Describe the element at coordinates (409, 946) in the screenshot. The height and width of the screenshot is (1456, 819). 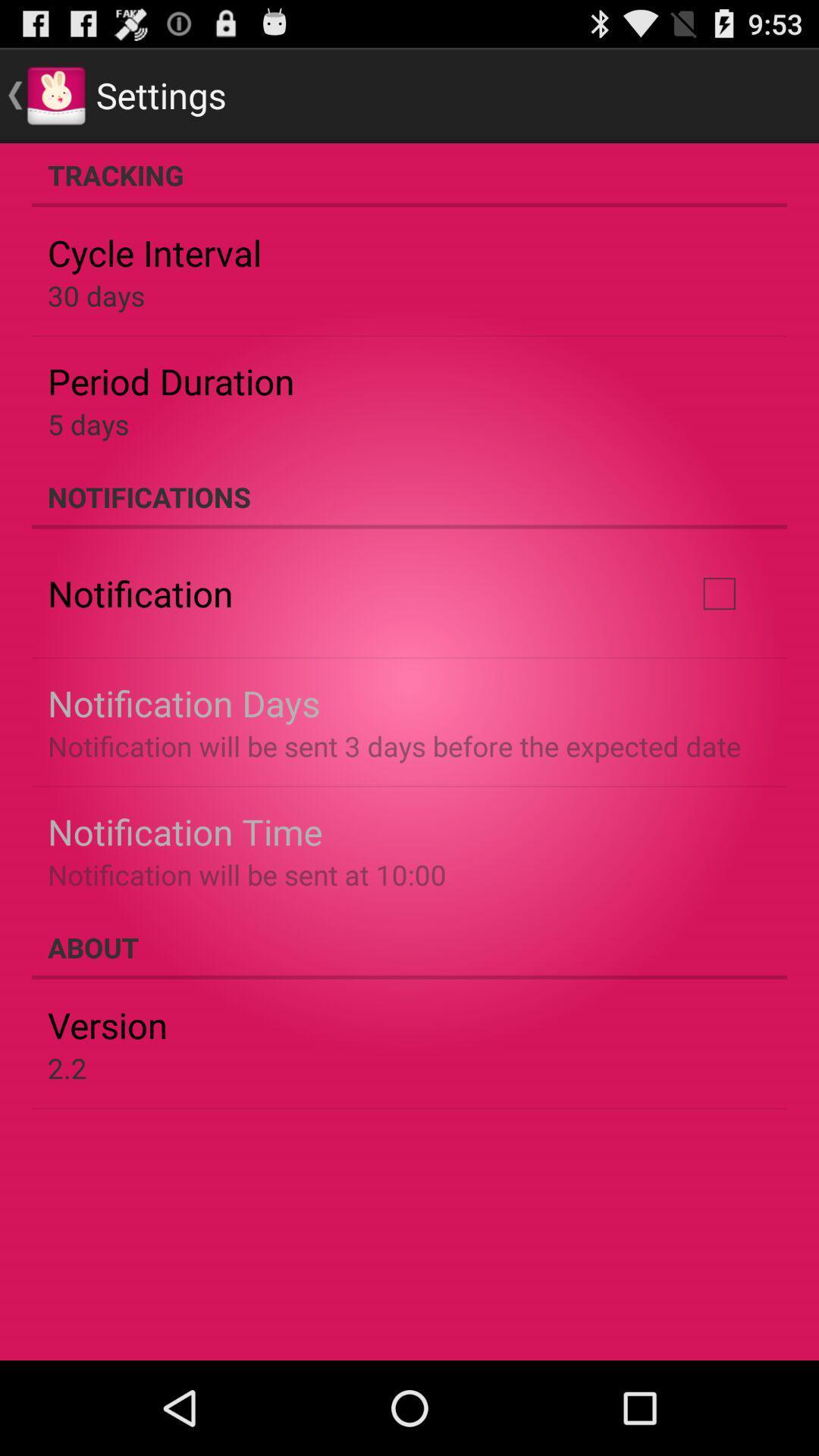
I see `the about icon` at that location.